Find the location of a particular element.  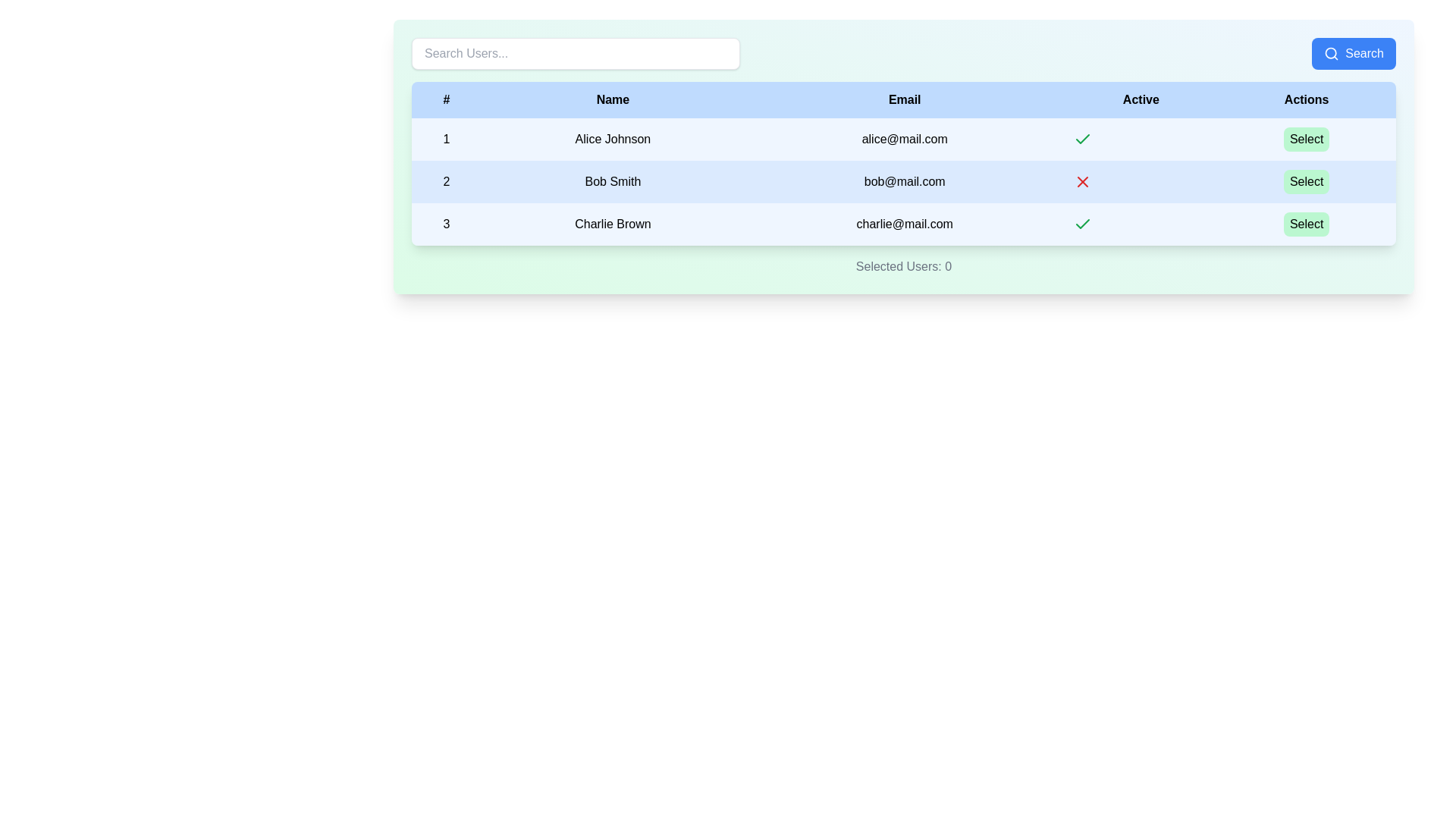

the 'Select' button with a light green background and black text corresponding to user 'Charlie Brown' in the last row of the table is located at coordinates (1306, 224).